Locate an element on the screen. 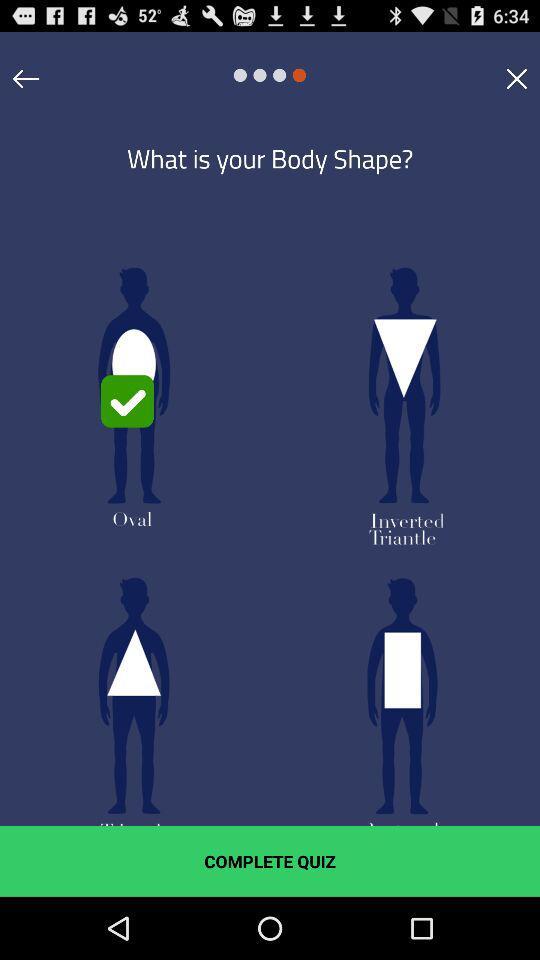  item at the top right corner is located at coordinates (516, 78).